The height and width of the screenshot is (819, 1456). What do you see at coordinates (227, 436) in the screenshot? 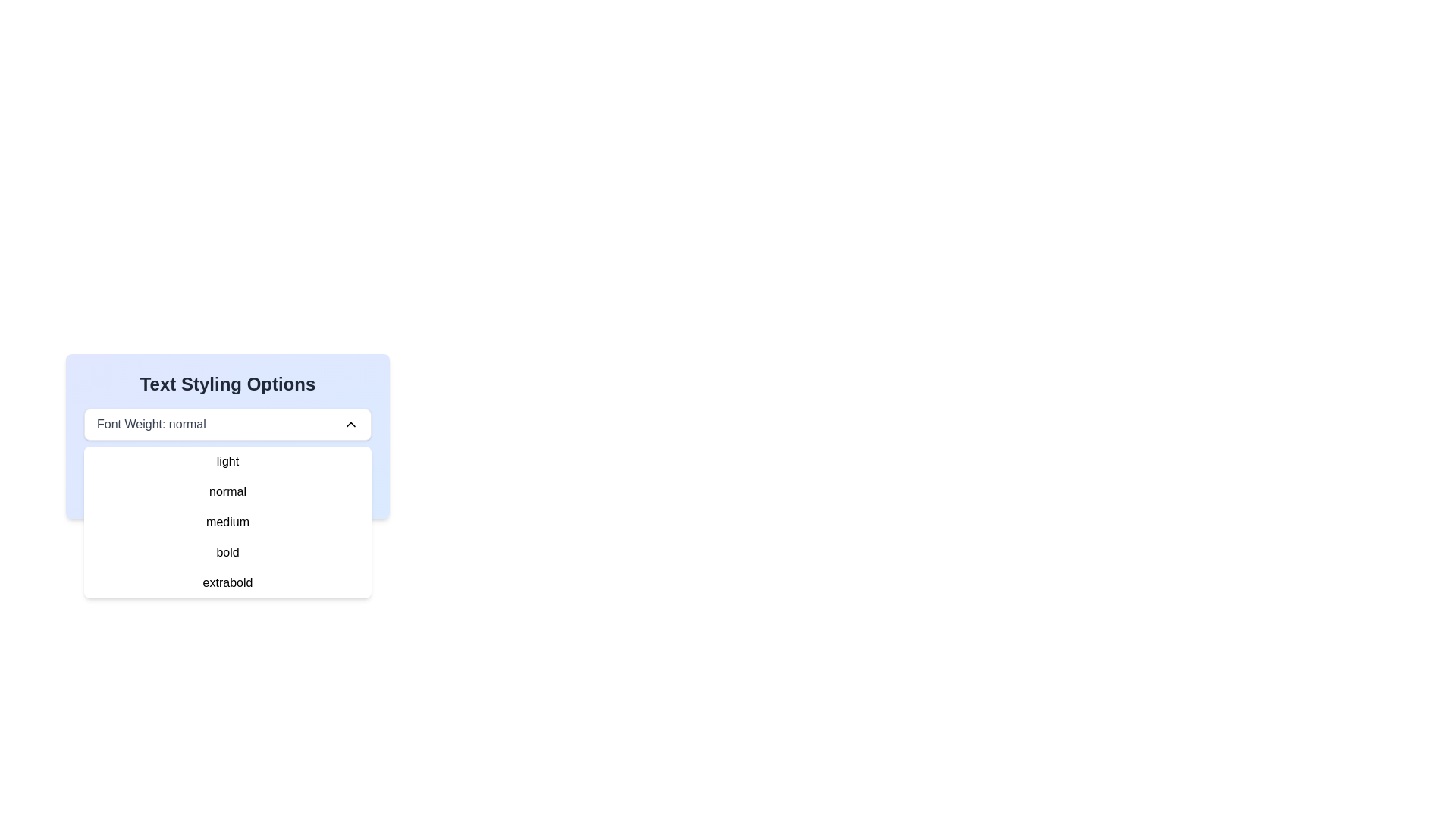
I see `the dropdown menu options of the 'Font Weight' selection in the 'Text Styling Options' card` at bounding box center [227, 436].